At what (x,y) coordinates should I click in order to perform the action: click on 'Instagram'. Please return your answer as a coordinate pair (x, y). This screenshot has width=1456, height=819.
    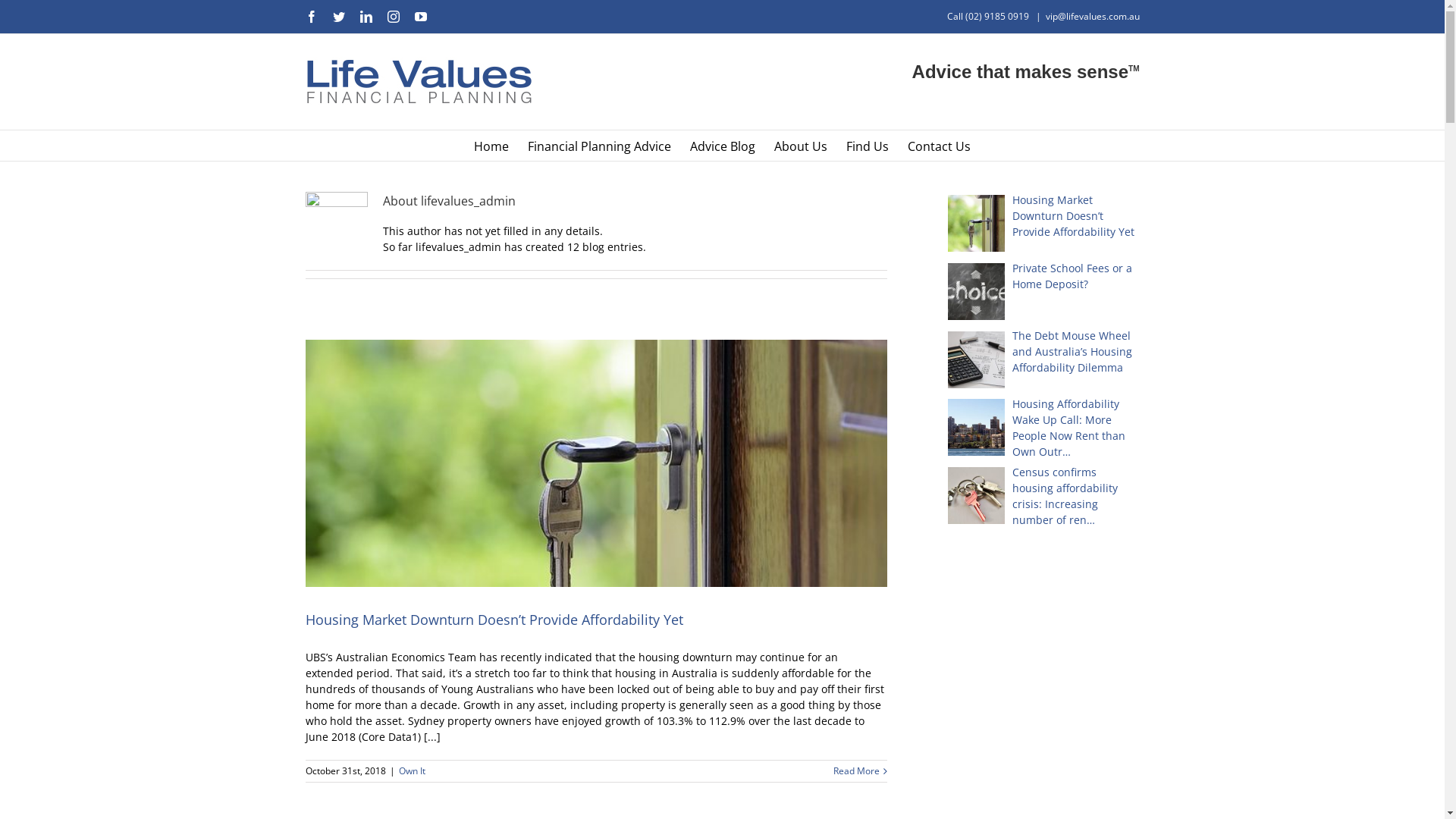
    Looking at the image, I should click on (393, 17).